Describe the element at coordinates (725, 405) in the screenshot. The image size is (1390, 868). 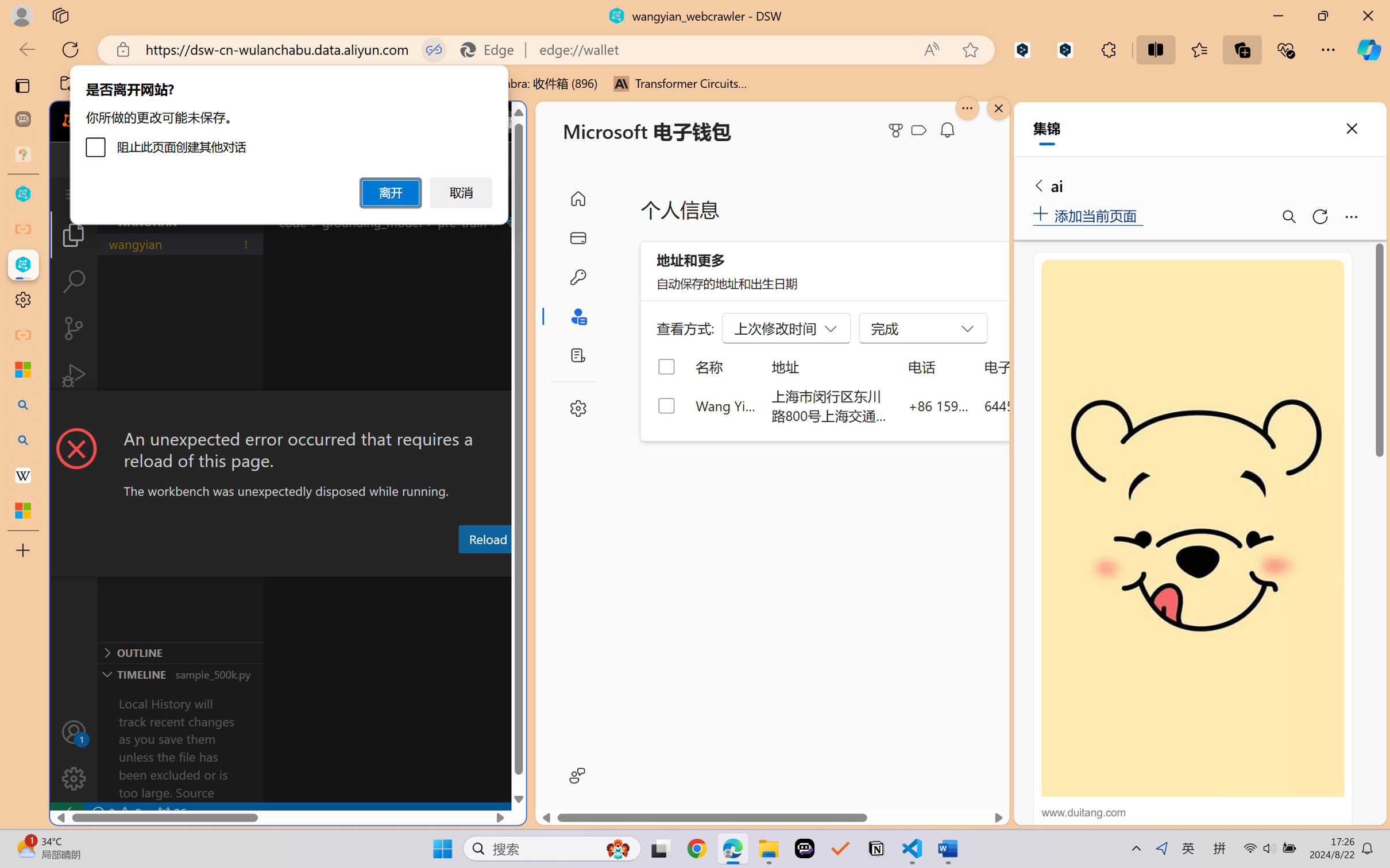
I see `'Wang Yian'` at that location.